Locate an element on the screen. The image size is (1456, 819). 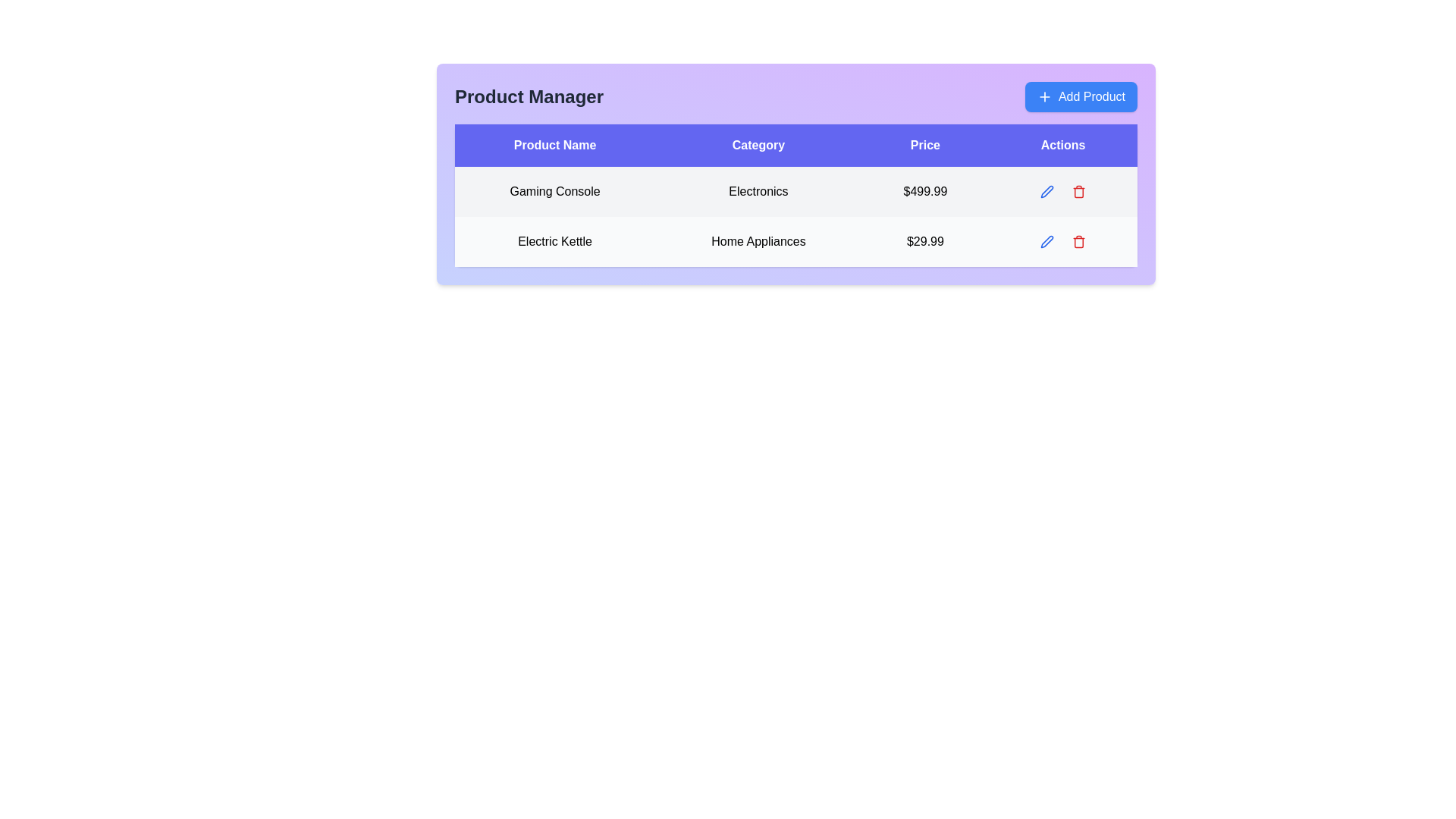
the 'Gaming Console' text label located in the first row under the 'Product Name' column of the table is located at coordinates (554, 191).